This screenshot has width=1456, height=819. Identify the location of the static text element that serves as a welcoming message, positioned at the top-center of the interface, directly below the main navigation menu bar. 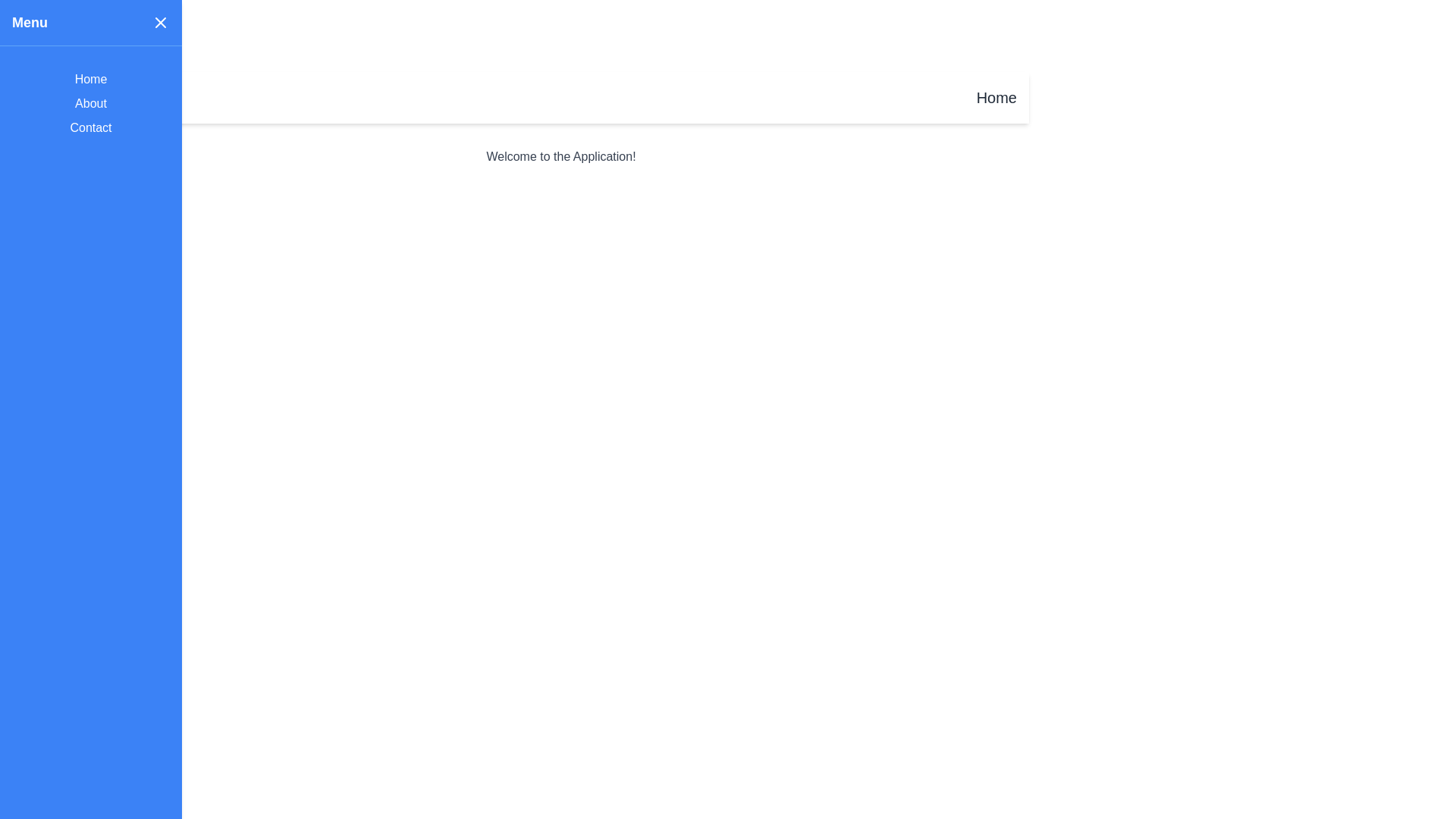
(560, 157).